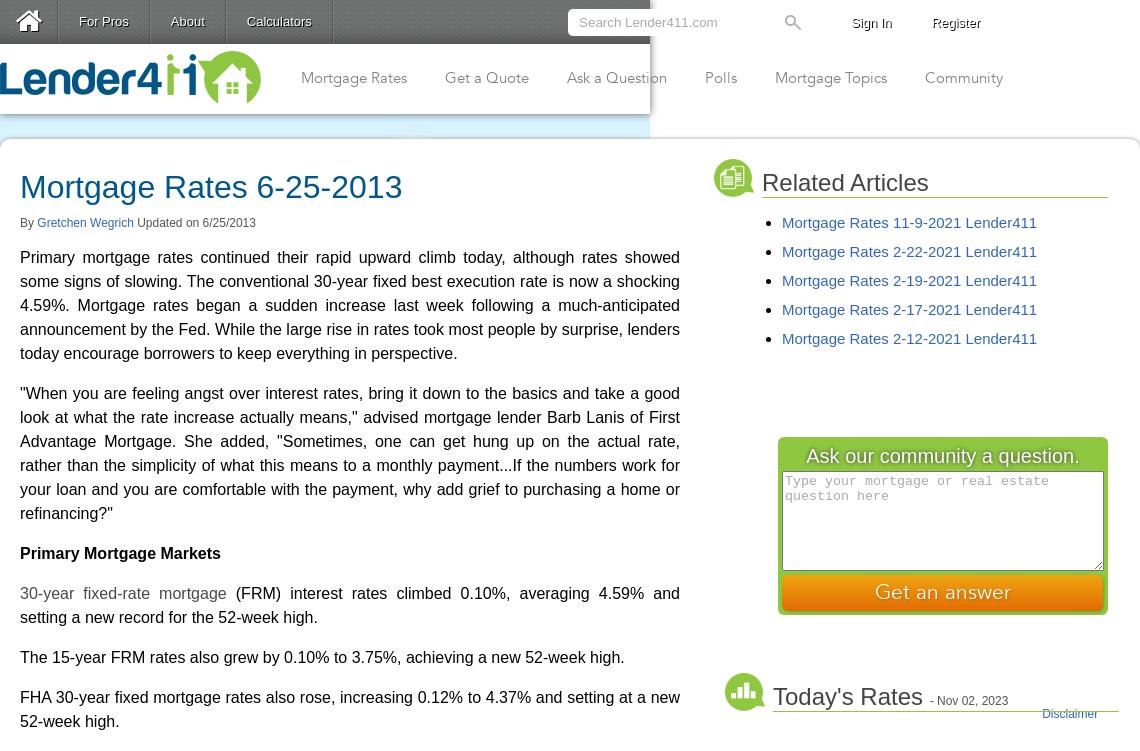 Image resolution: width=1140 pixels, height=751 pixels. Describe the element at coordinates (941, 456) in the screenshot. I see `'Ask our community a question.'` at that location.